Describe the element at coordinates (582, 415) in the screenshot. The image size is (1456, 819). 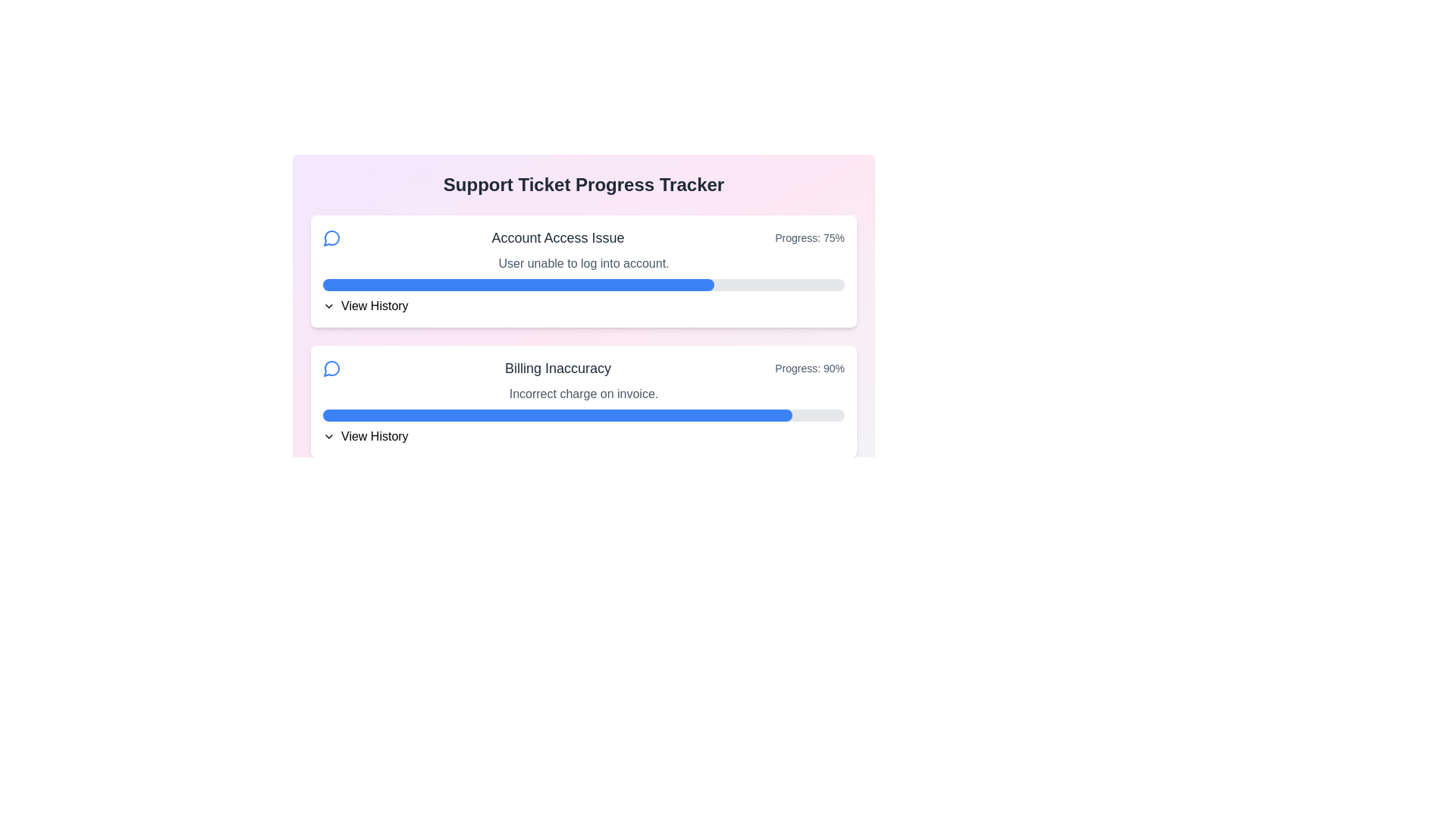
I see `the current state of the progress bar indicating 90% completion for the 'Billing Inaccuracy' issue, located below the description 'Incorrect charge on invoice.'` at that location.